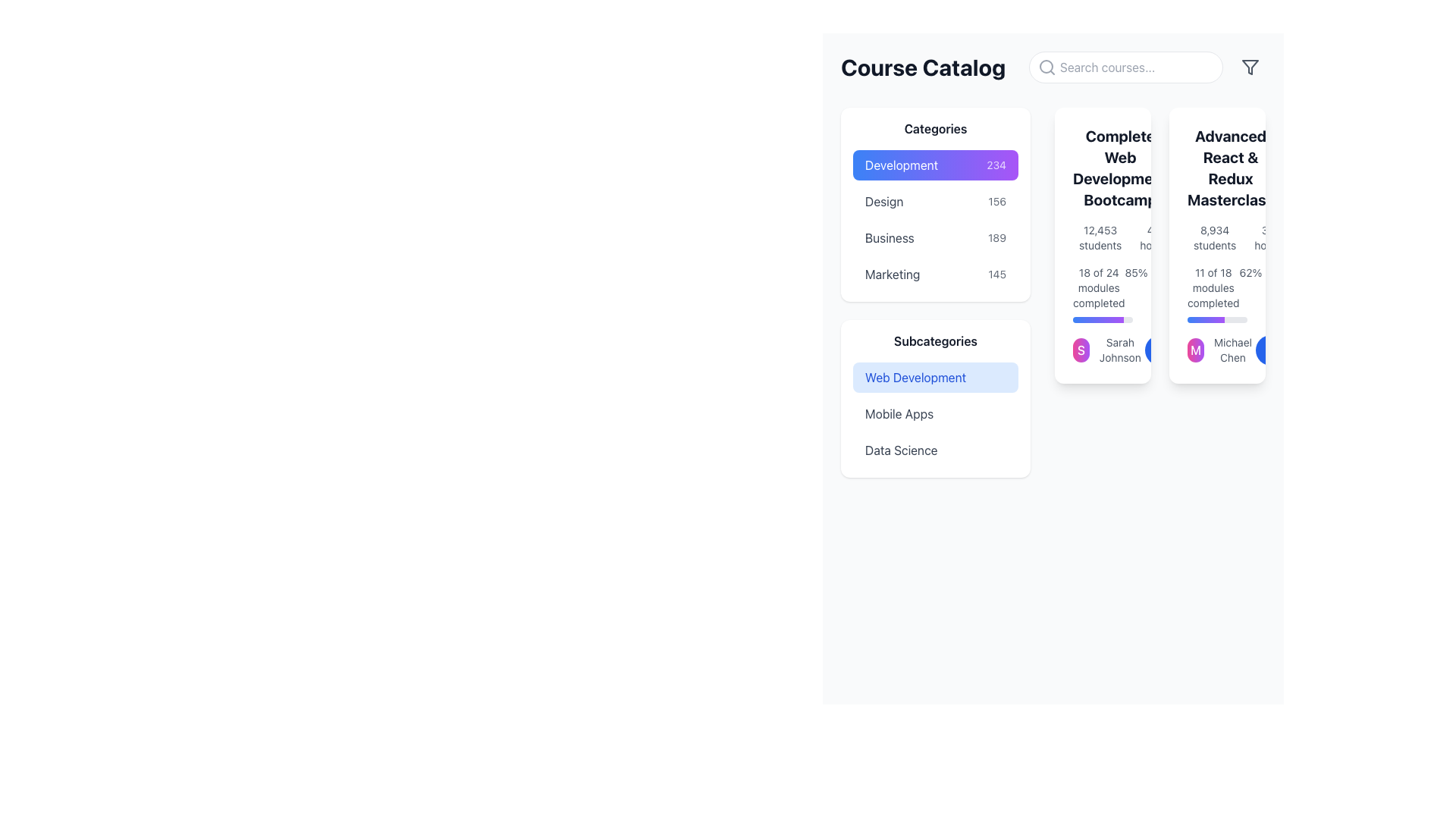 Image resolution: width=1456 pixels, height=819 pixels. I want to click on one of the vertically stacked category buttons in the Vertical List of Interactive Buttons, so click(934, 219).